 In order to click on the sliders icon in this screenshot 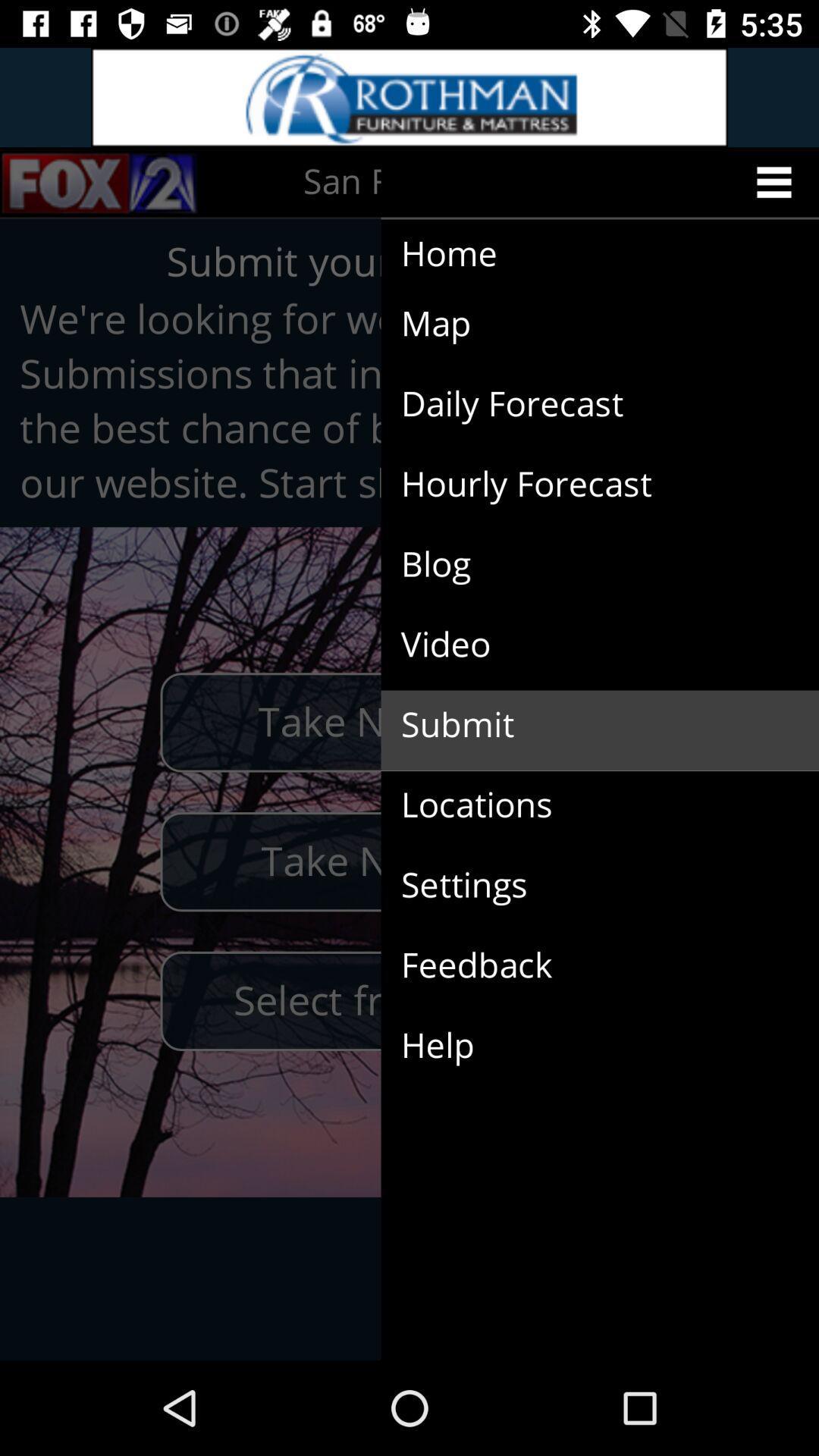, I will do `click(99, 182)`.